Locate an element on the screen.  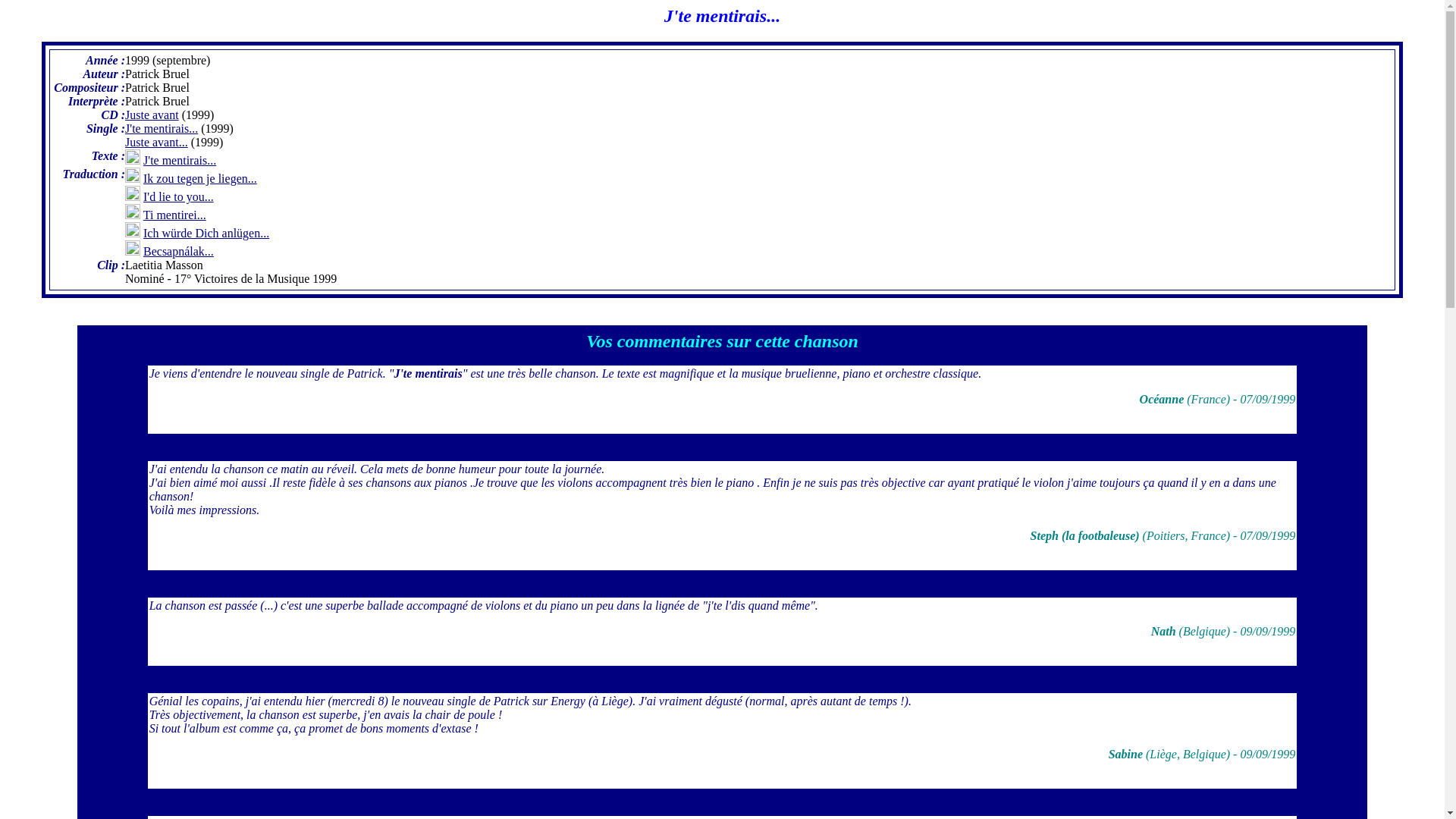
'Juste avant' is located at coordinates (152, 114).